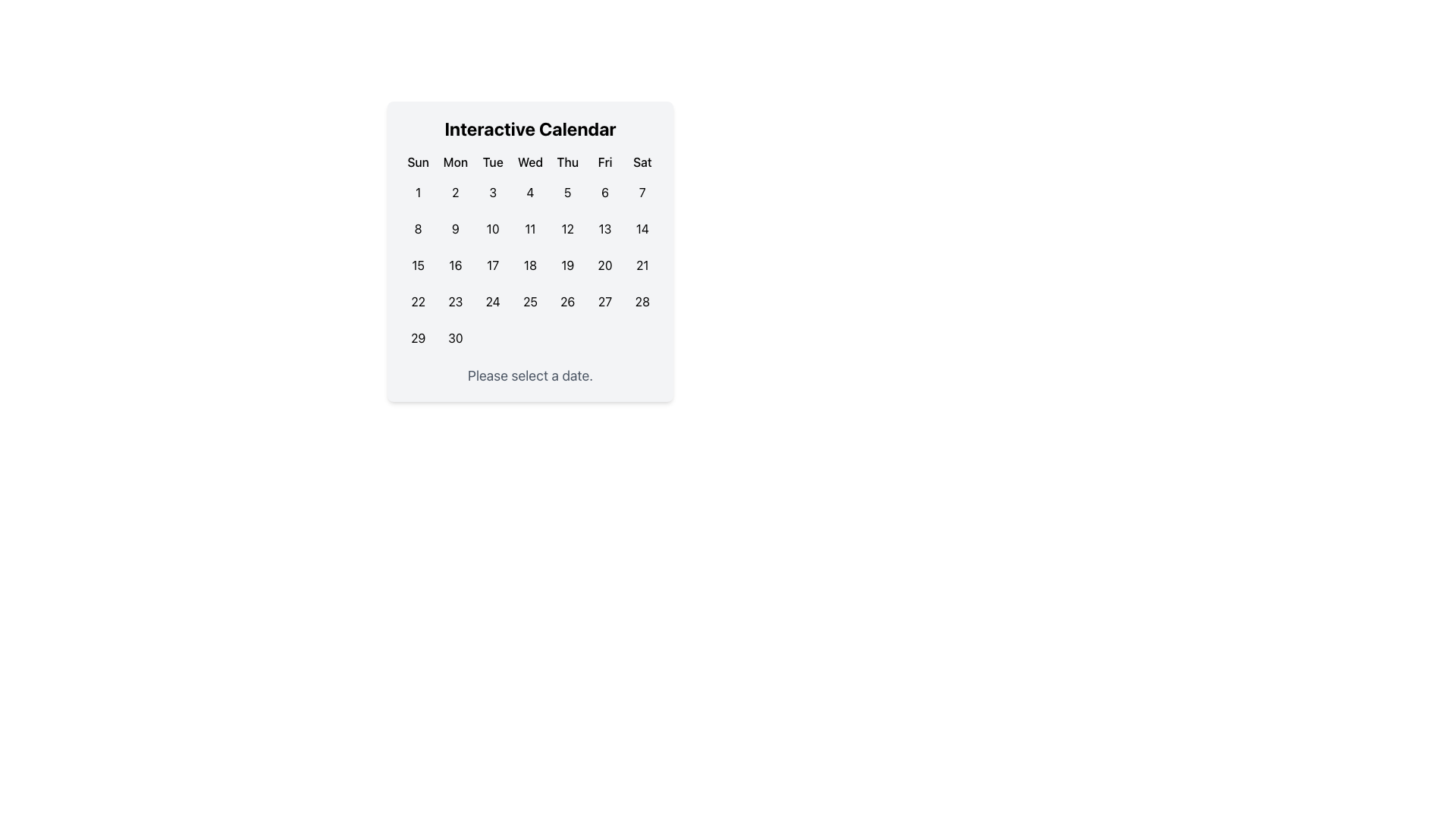  Describe the element at coordinates (530, 192) in the screenshot. I see `the day box displaying the number '4' in the calendar component, which is located in the first row and fourth column of the grid` at that location.